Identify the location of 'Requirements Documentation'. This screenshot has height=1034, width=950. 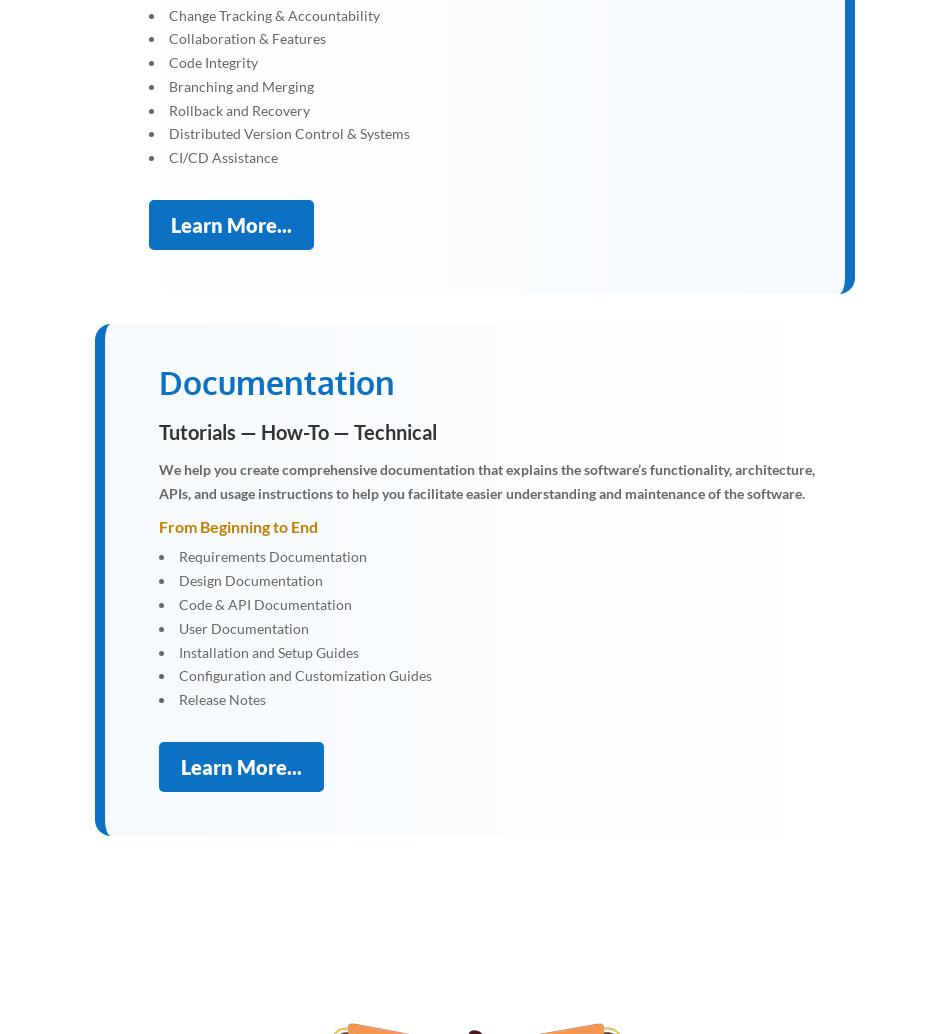
(272, 556).